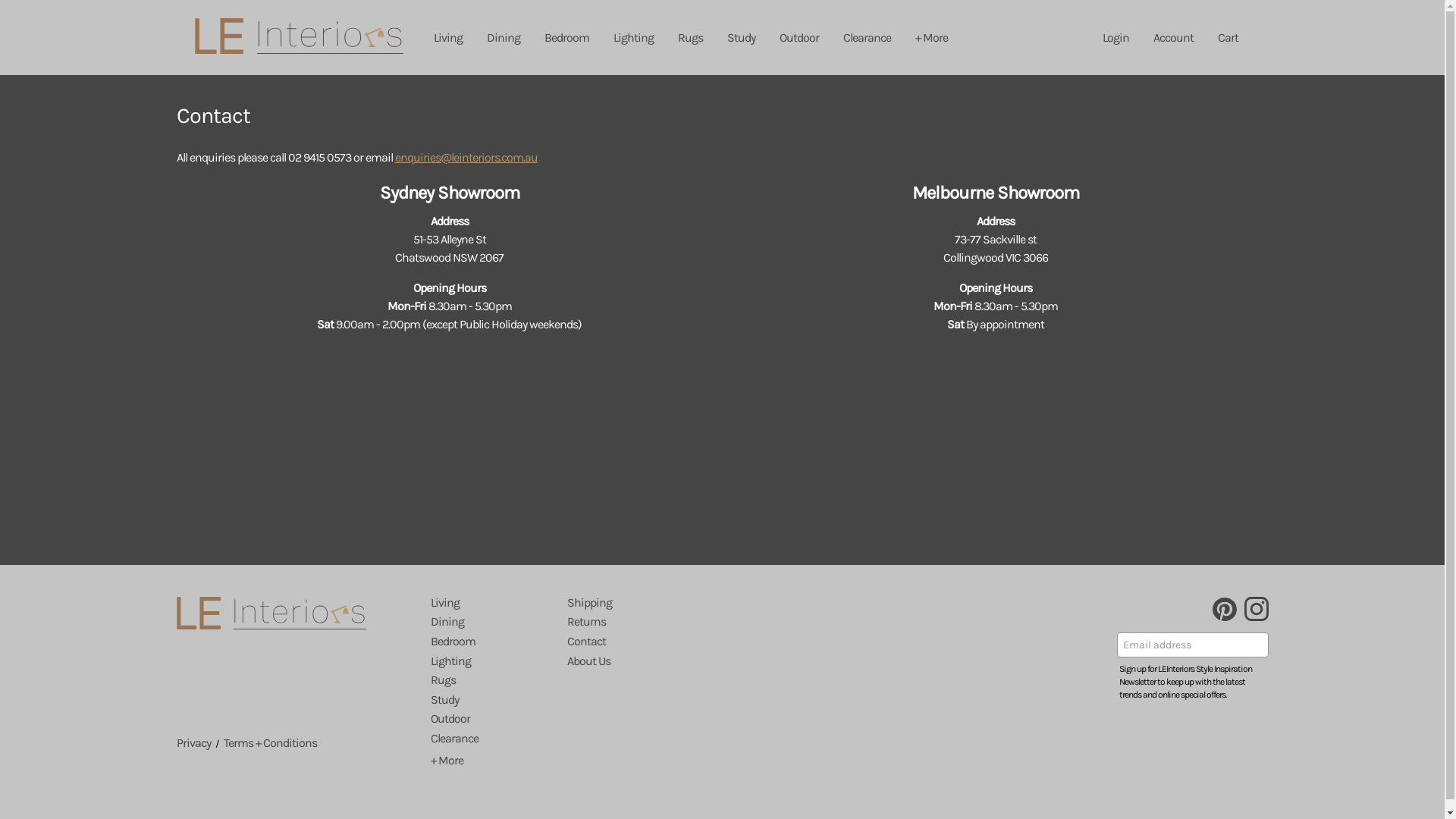 The image size is (1456, 819). Describe the element at coordinates (444, 699) in the screenshot. I see `'Study'` at that location.